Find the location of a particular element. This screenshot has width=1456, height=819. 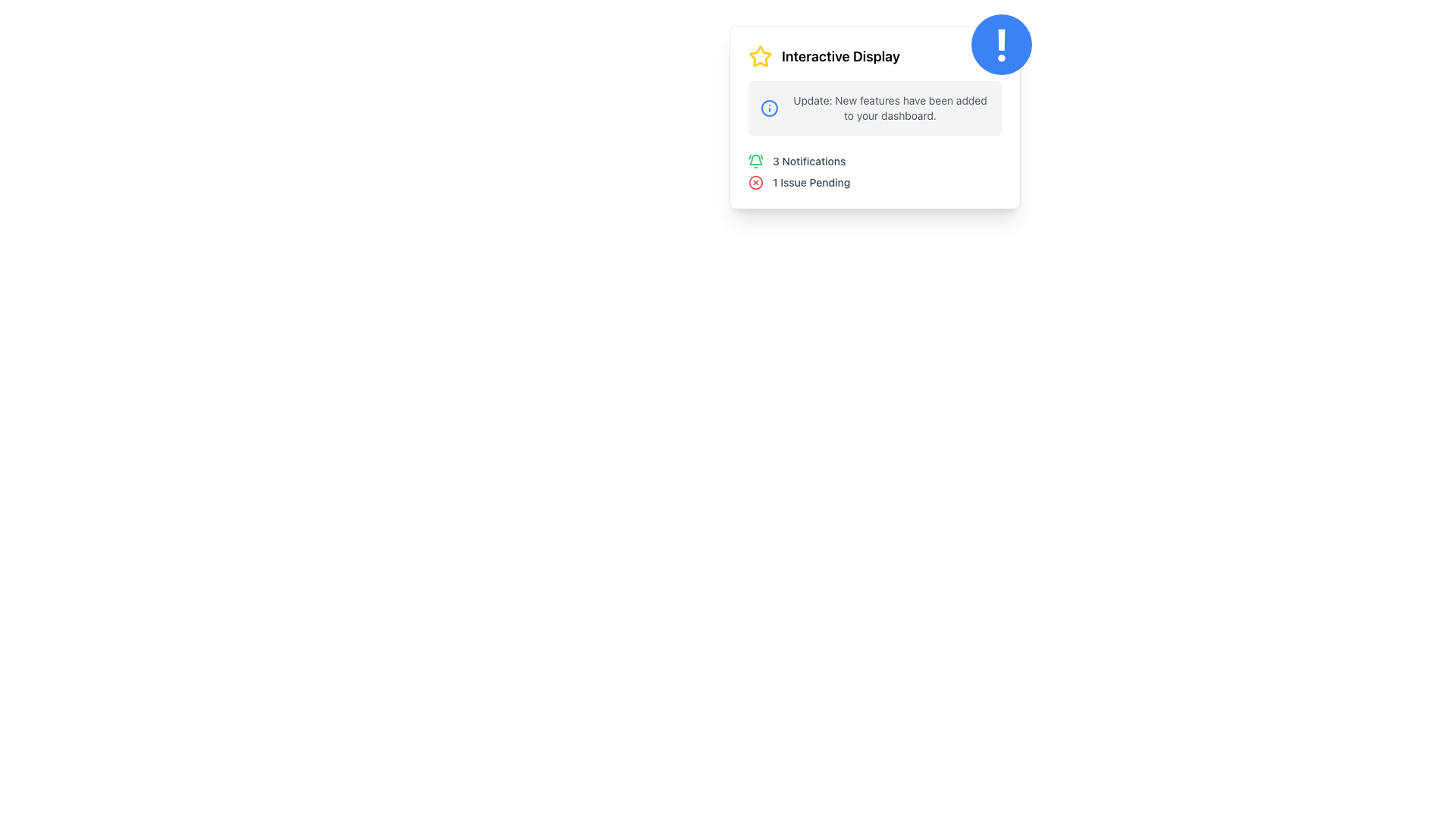

the star-shaped icon with a yellow outline located in the notification panel, to the left of the title 'Interactive Display' is located at coordinates (760, 55).